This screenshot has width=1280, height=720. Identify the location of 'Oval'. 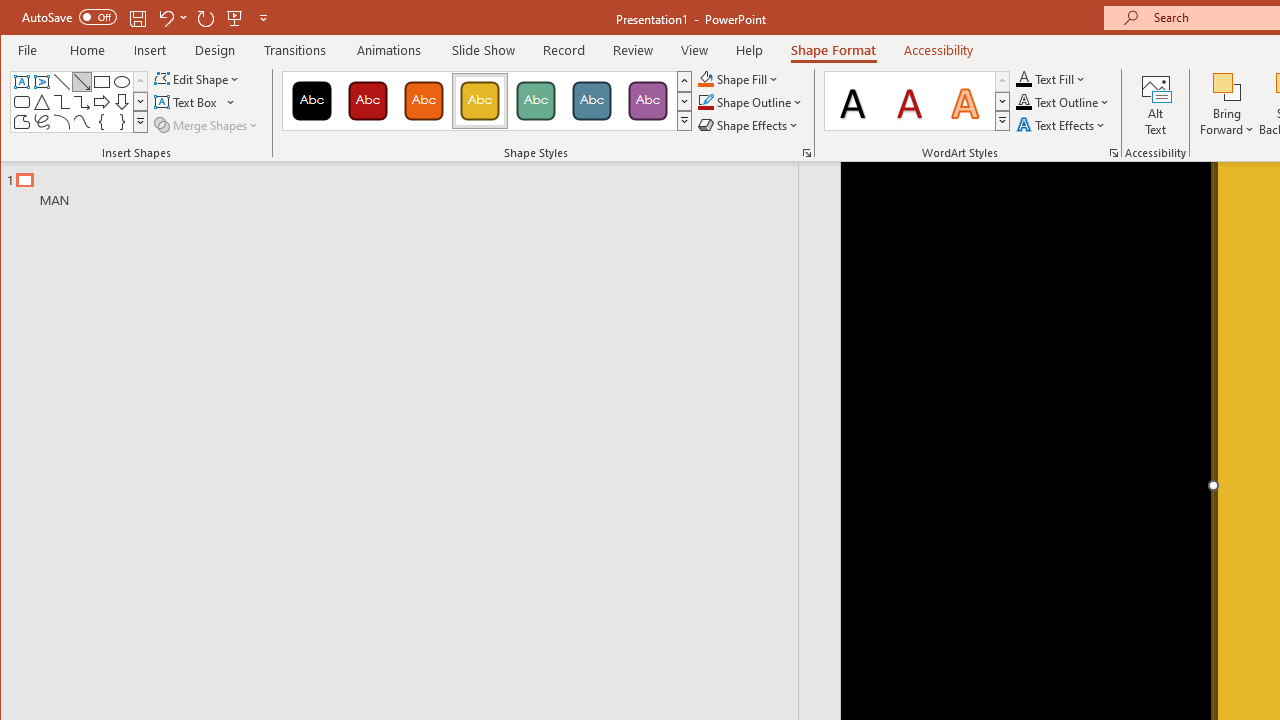
(121, 81).